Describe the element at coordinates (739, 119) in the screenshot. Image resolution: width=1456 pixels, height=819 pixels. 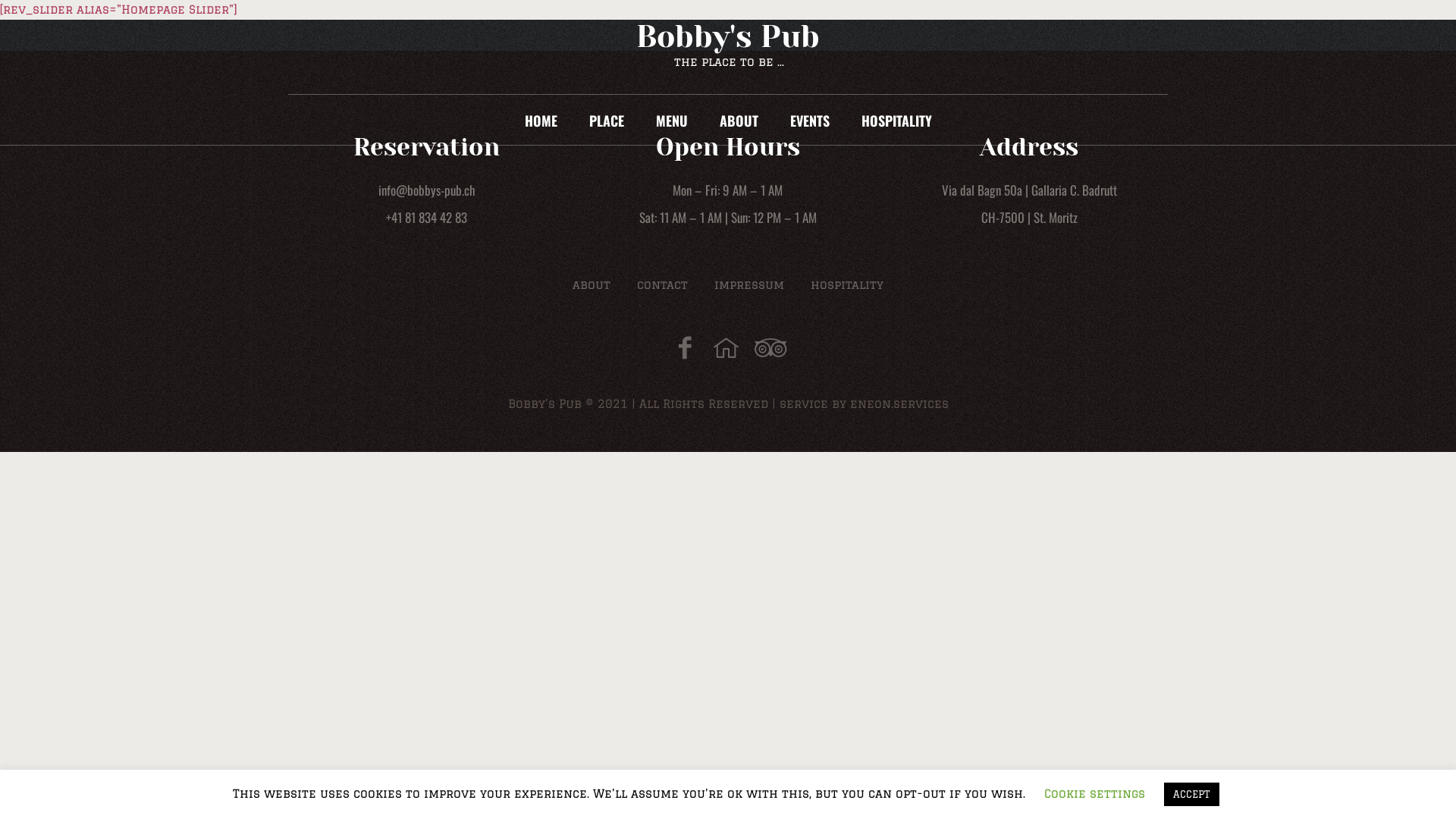
I see `'ABOUT'` at that location.